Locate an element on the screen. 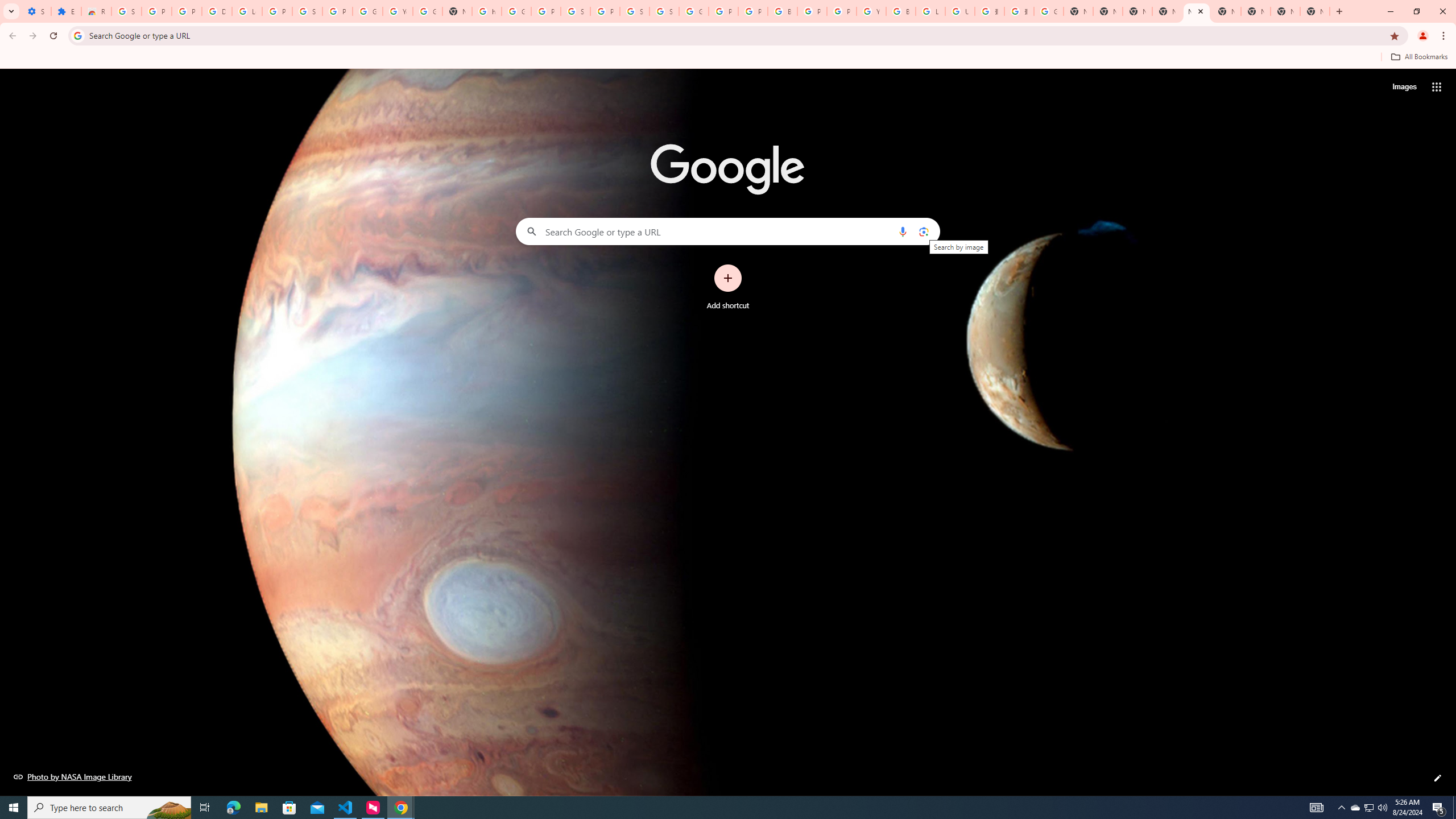  'Reviews: Helix Fruit Jump Arcade Game' is located at coordinates (95, 11).